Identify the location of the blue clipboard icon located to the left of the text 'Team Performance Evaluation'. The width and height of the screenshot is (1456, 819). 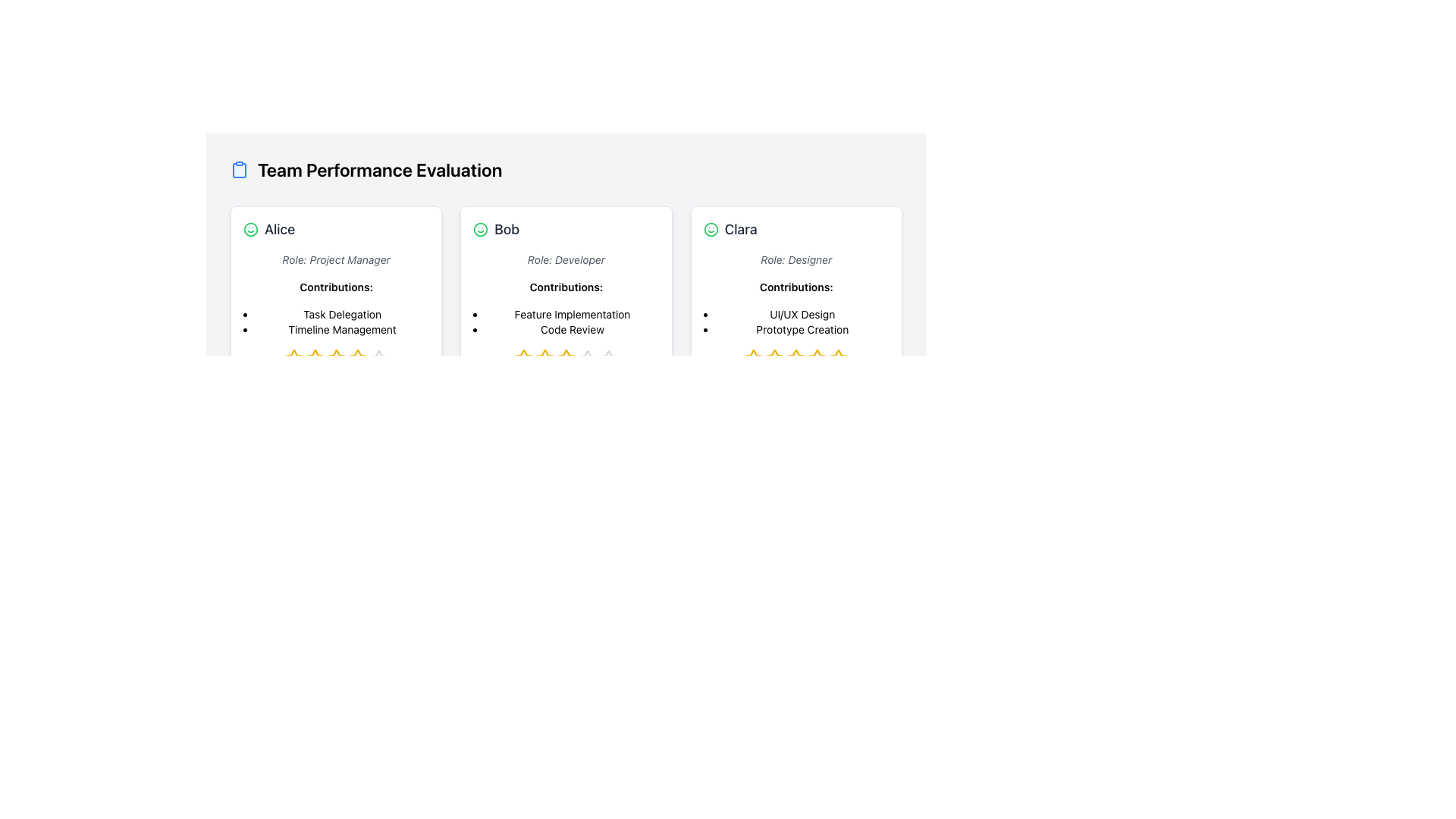
(239, 169).